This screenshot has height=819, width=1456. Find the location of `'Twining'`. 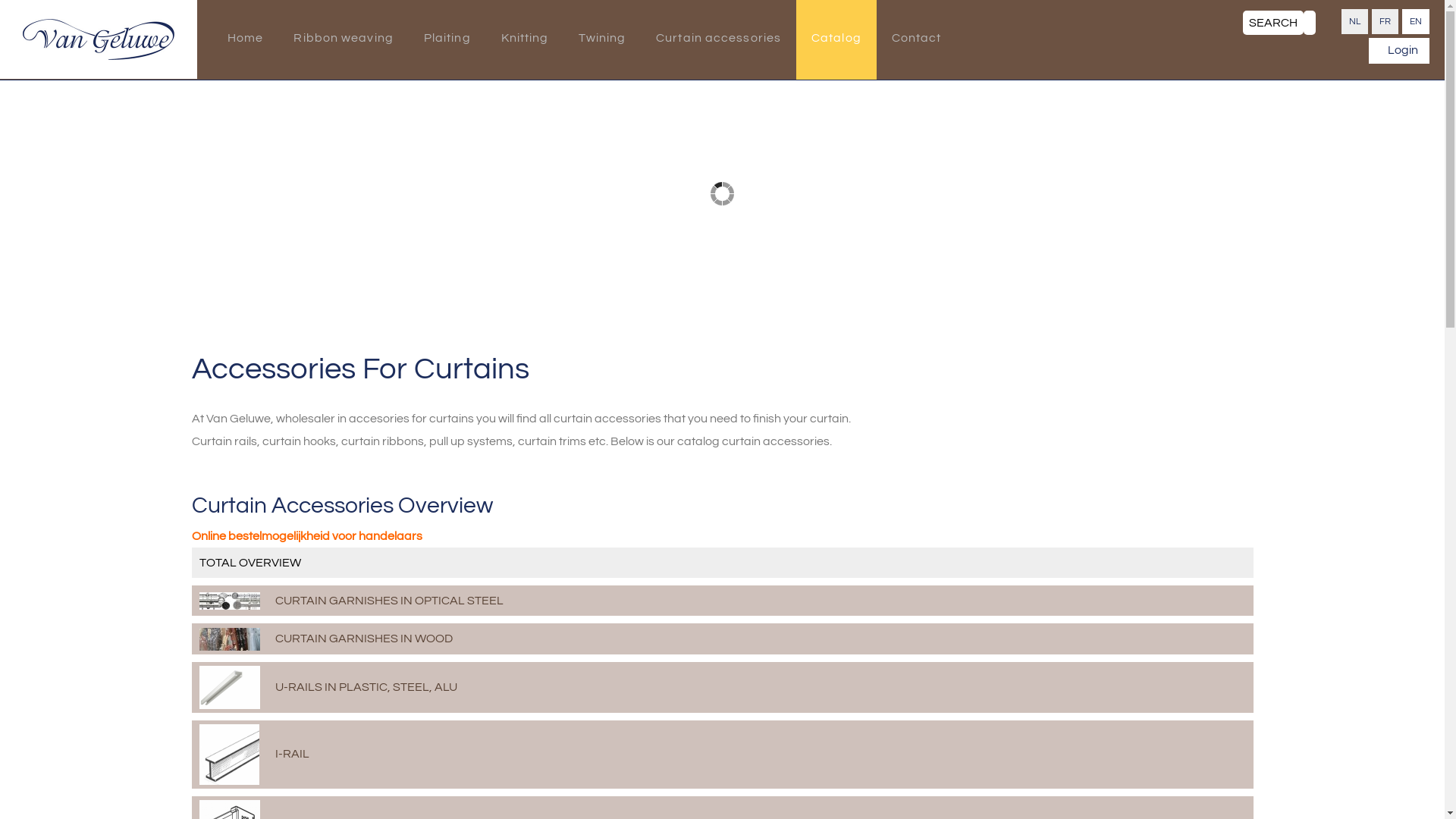

'Twining' is located at coordinates (601, 39).